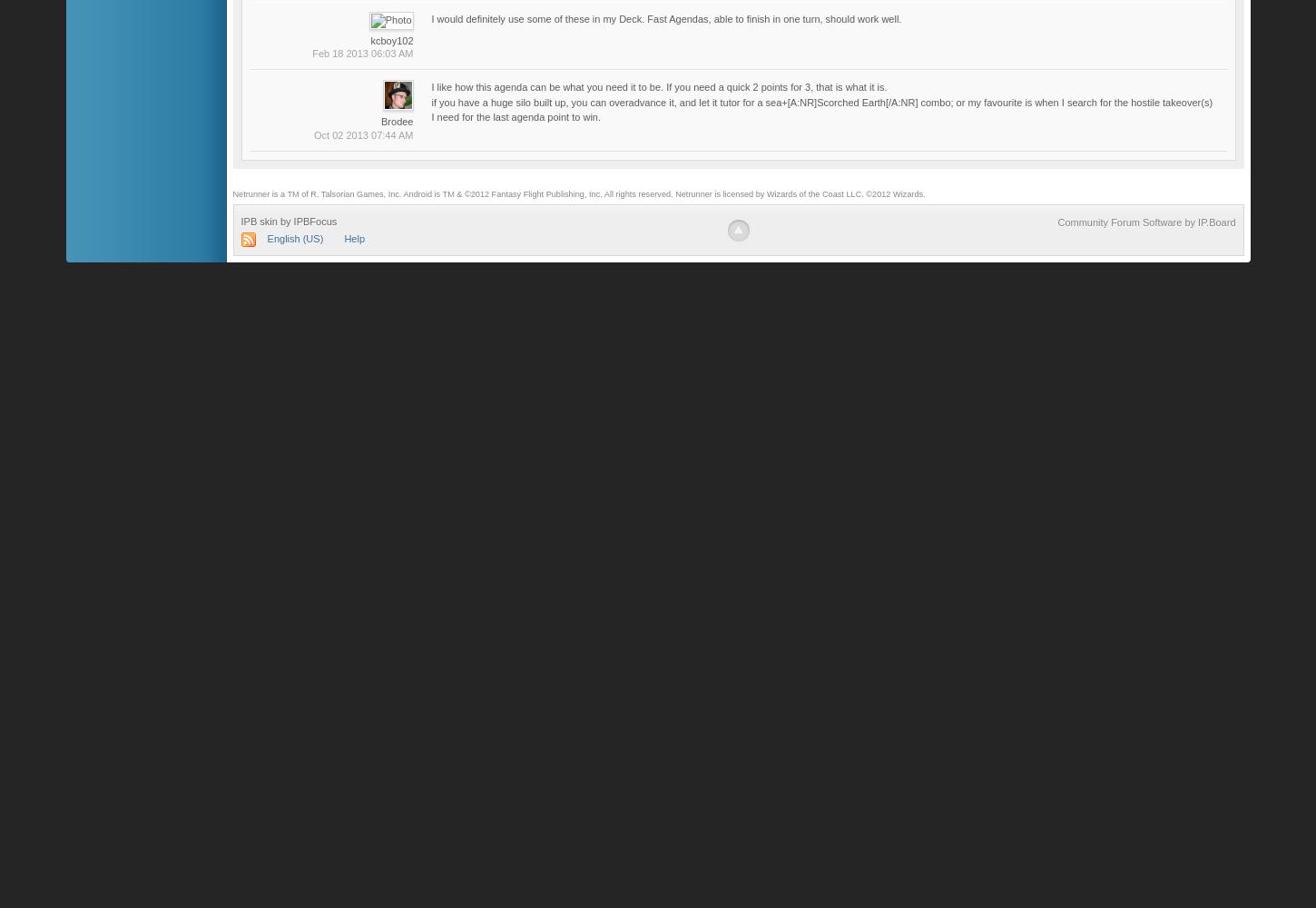  Describe the element at coordinates (361, 54) in the screenshot. I see `'Feb 18 2013 06:03 AM'` at that location.